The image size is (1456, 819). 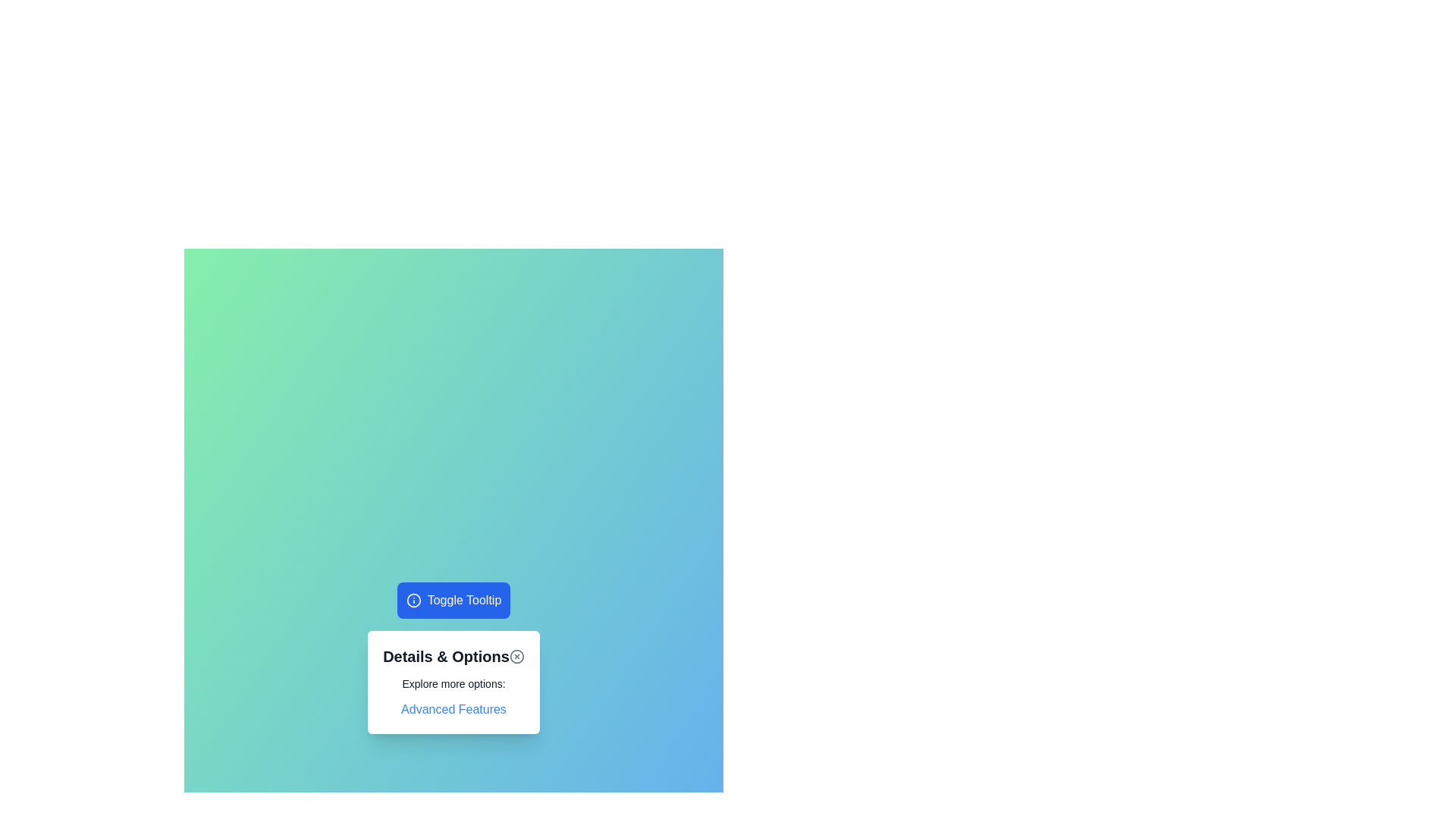 What do you see at coordinates (516, 656) in the screenshot?
I see `the dismiss or close icon button located next to the 'Details & Options' text` at bounding box center [516, 656].